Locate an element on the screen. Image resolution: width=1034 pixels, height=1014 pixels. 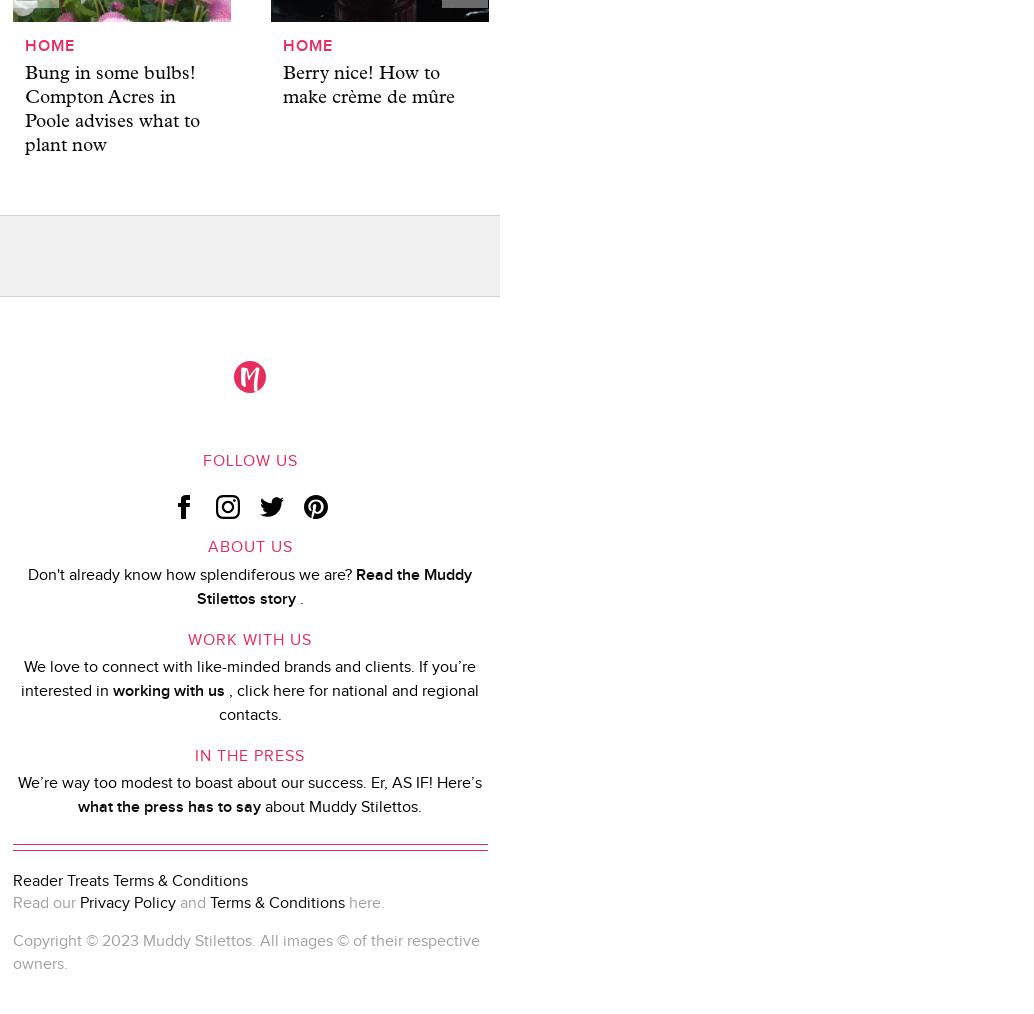
'Don't already know how splendiferous we are?' is located at coordinates (190, 573).